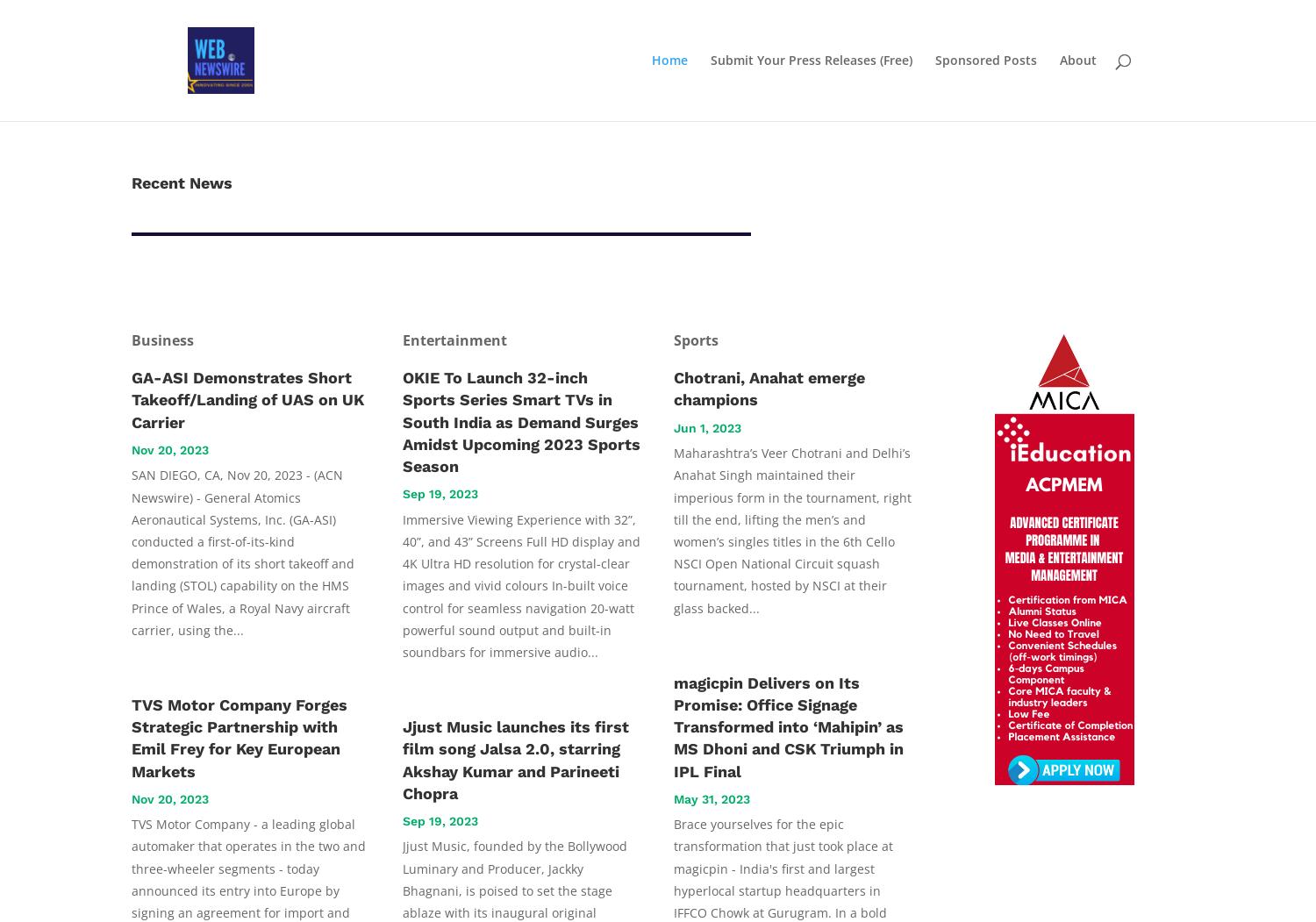  I want to click on 'May 31, 2023', so click(712, 797).